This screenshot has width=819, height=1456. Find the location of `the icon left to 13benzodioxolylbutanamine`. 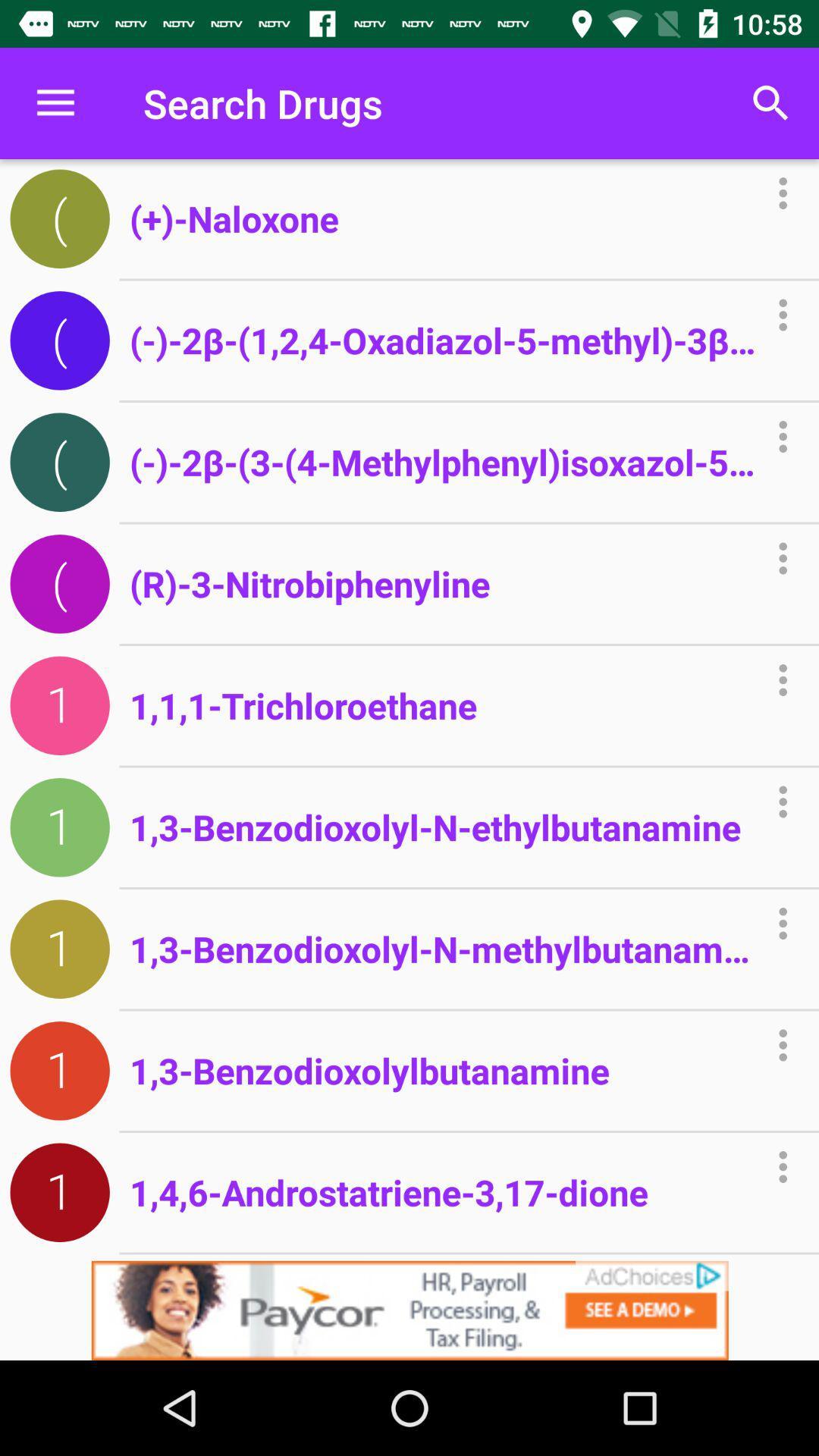

the icon left to 13benzodioxolylbutanamine is located at coordinates (59, 1070).